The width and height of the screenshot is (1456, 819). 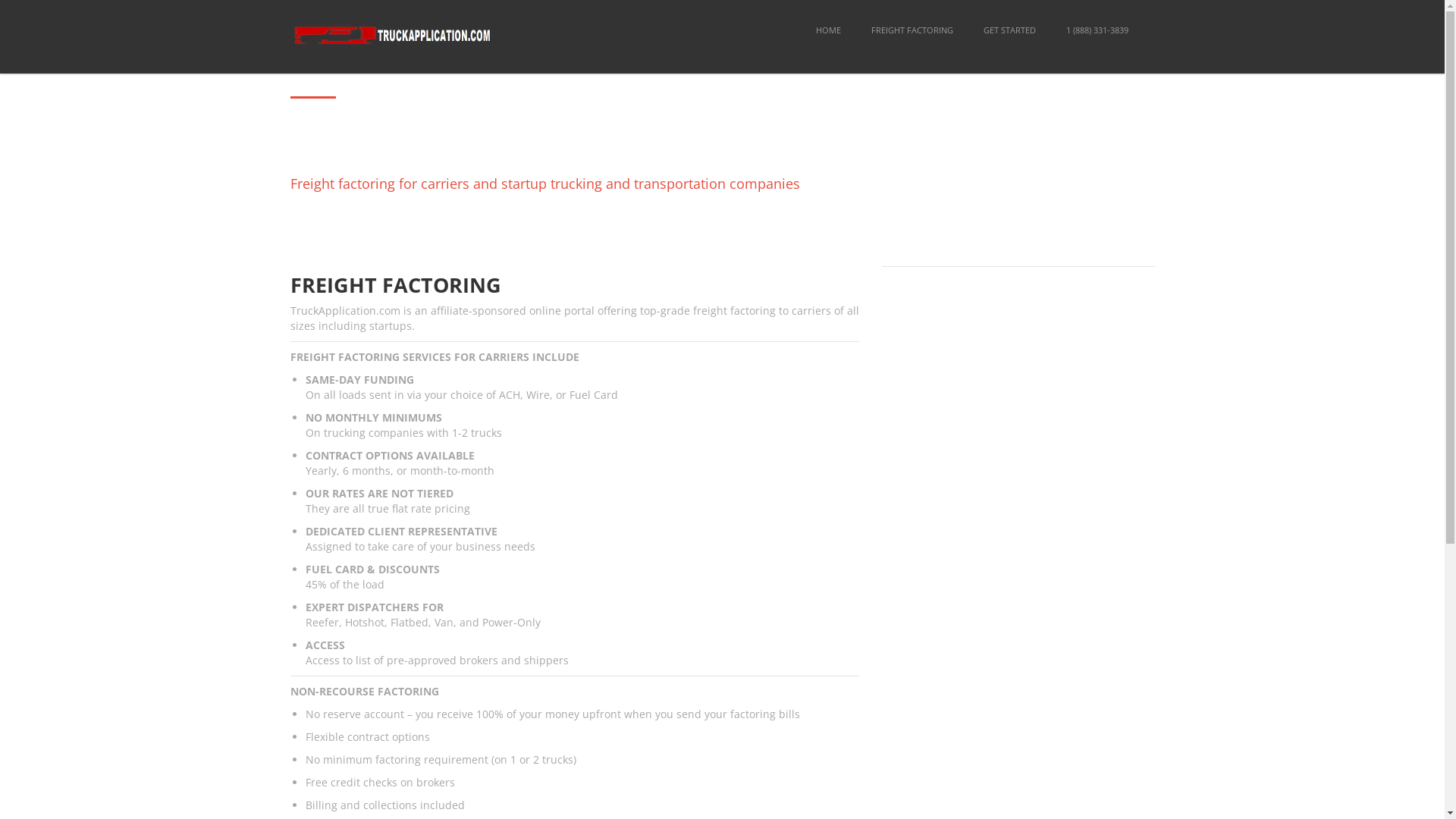 I want to click on 'GET STARTED', so click(x=1101, y=31).